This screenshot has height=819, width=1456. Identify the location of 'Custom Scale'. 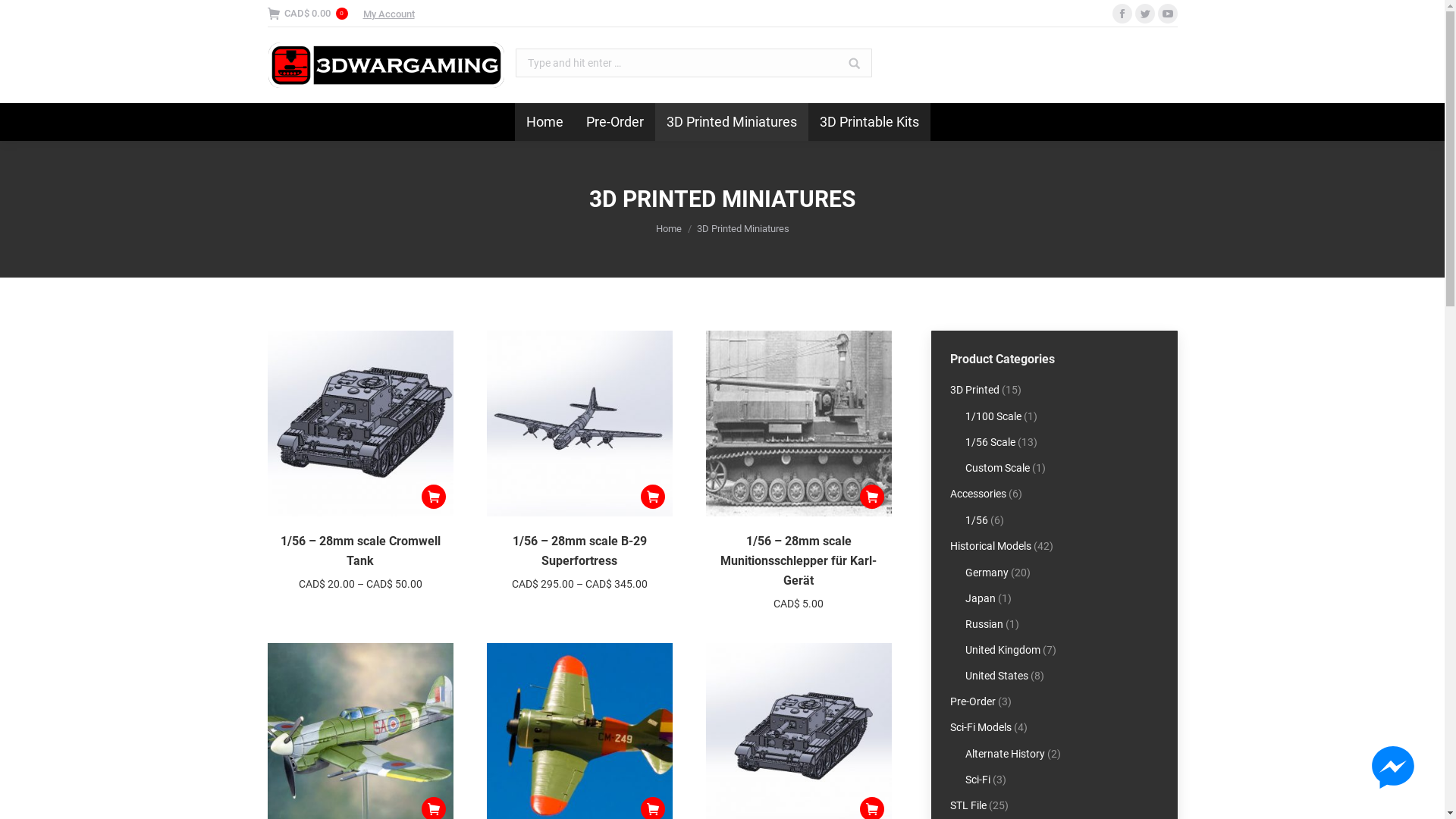
(996, 467).